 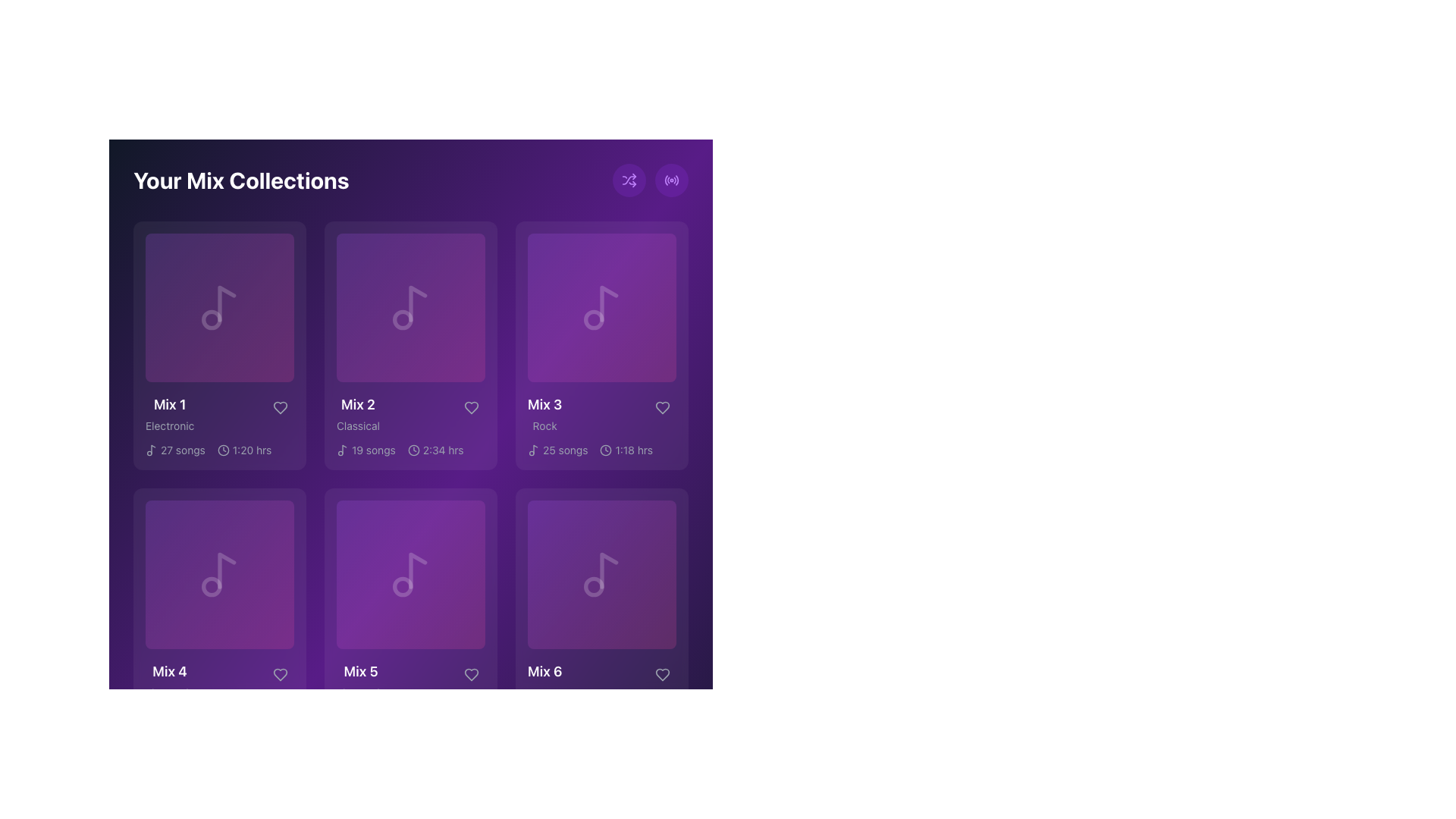 I want to click on the clock icon located in the bottom right section of the 'Mix 3' card, which is next to the text '1:18 hrs', so click(x=605, y=450).